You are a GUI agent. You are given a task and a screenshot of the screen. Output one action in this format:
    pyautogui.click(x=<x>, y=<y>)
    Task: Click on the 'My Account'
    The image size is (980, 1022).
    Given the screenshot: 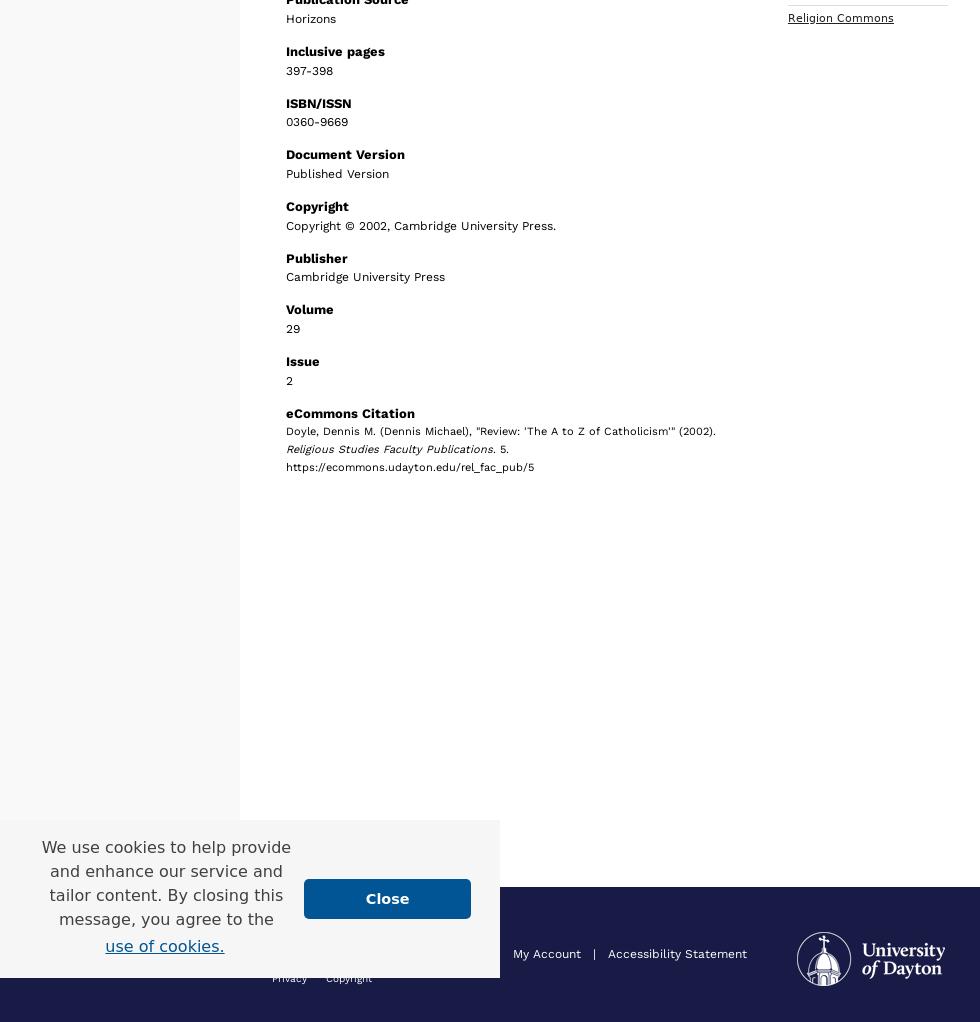 What is the action you would take?
    pyautogui.click(x=548, y=953)
    